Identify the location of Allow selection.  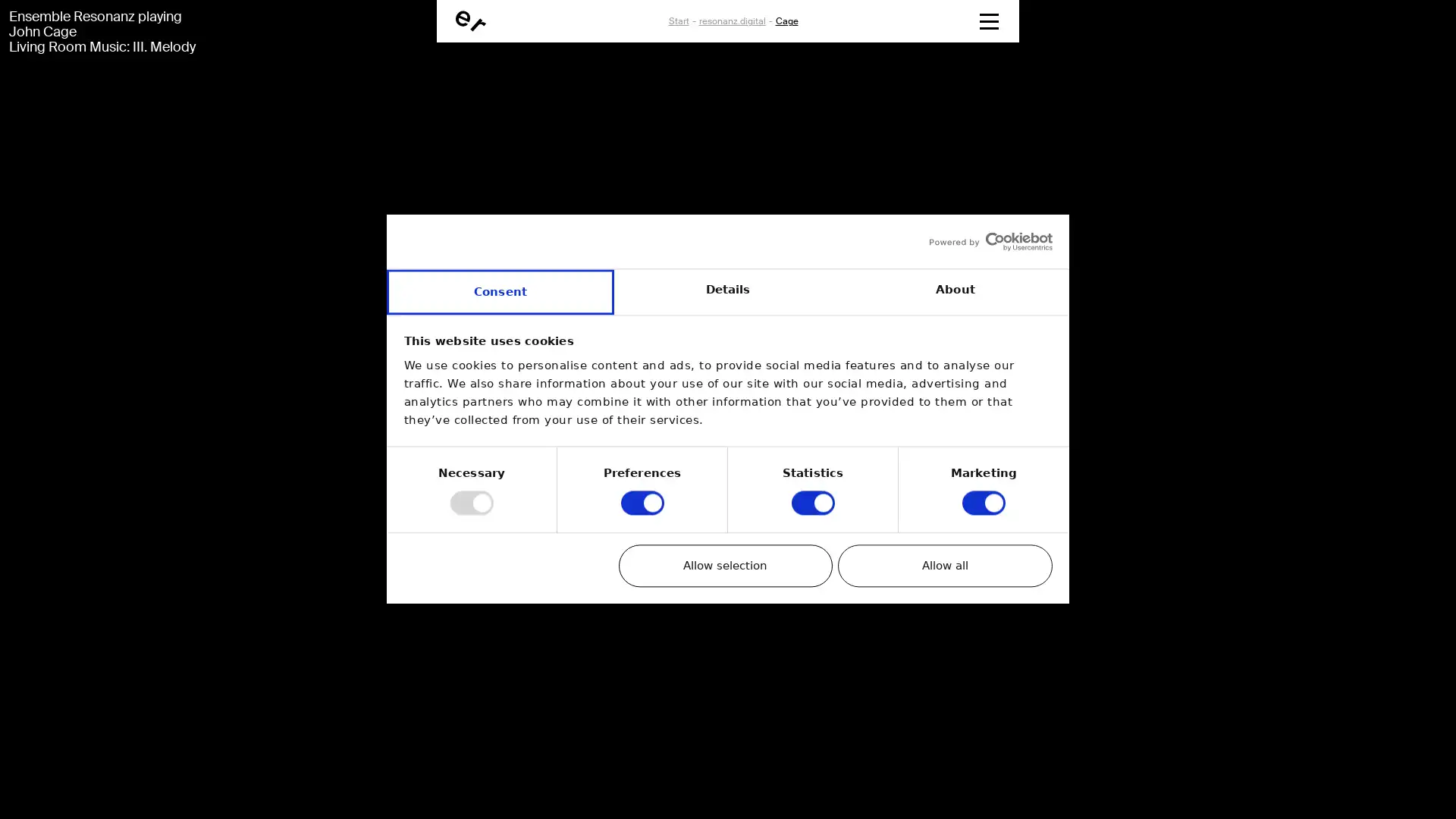
(723, 565).